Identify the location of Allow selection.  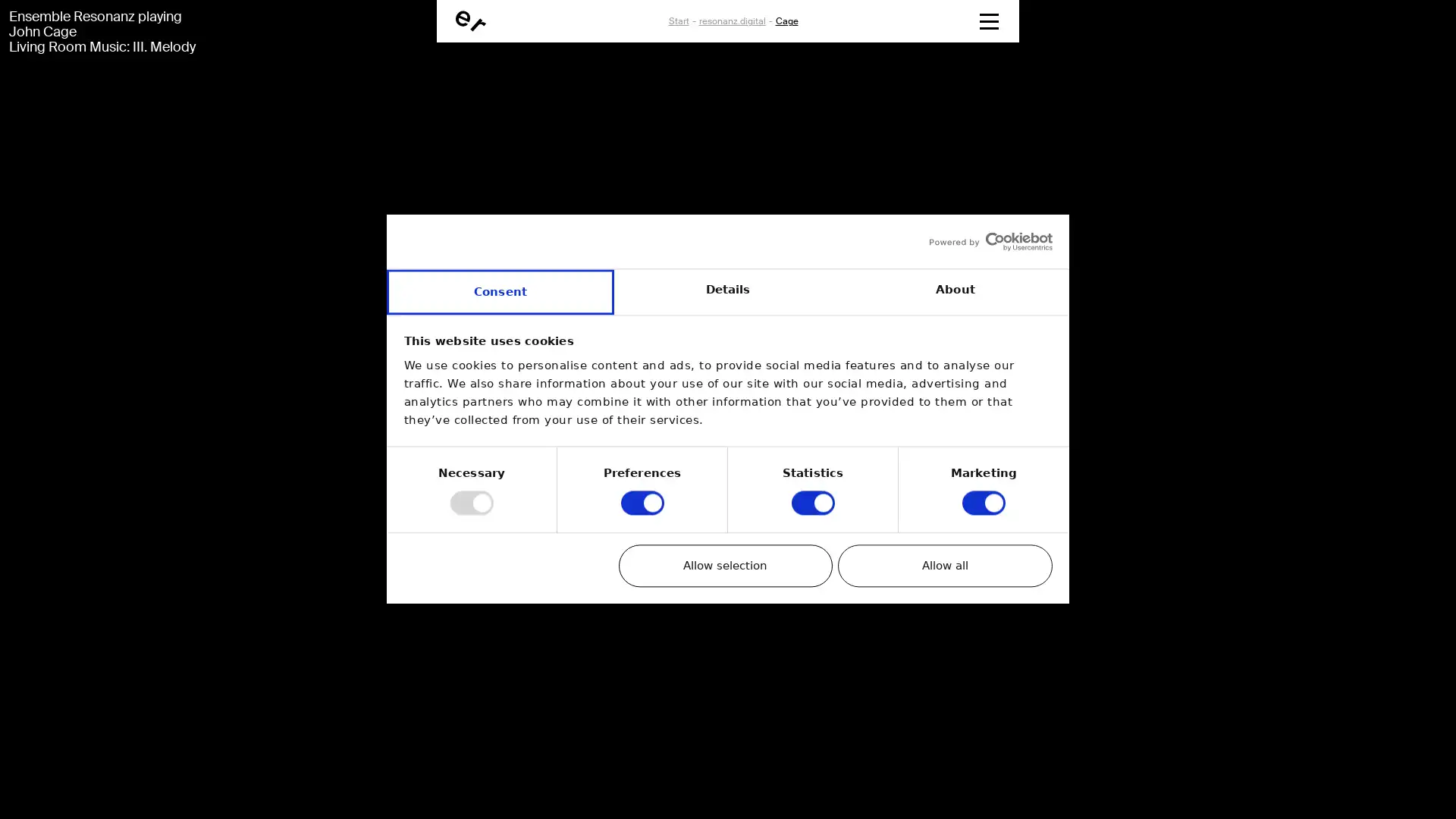
(723, 565).